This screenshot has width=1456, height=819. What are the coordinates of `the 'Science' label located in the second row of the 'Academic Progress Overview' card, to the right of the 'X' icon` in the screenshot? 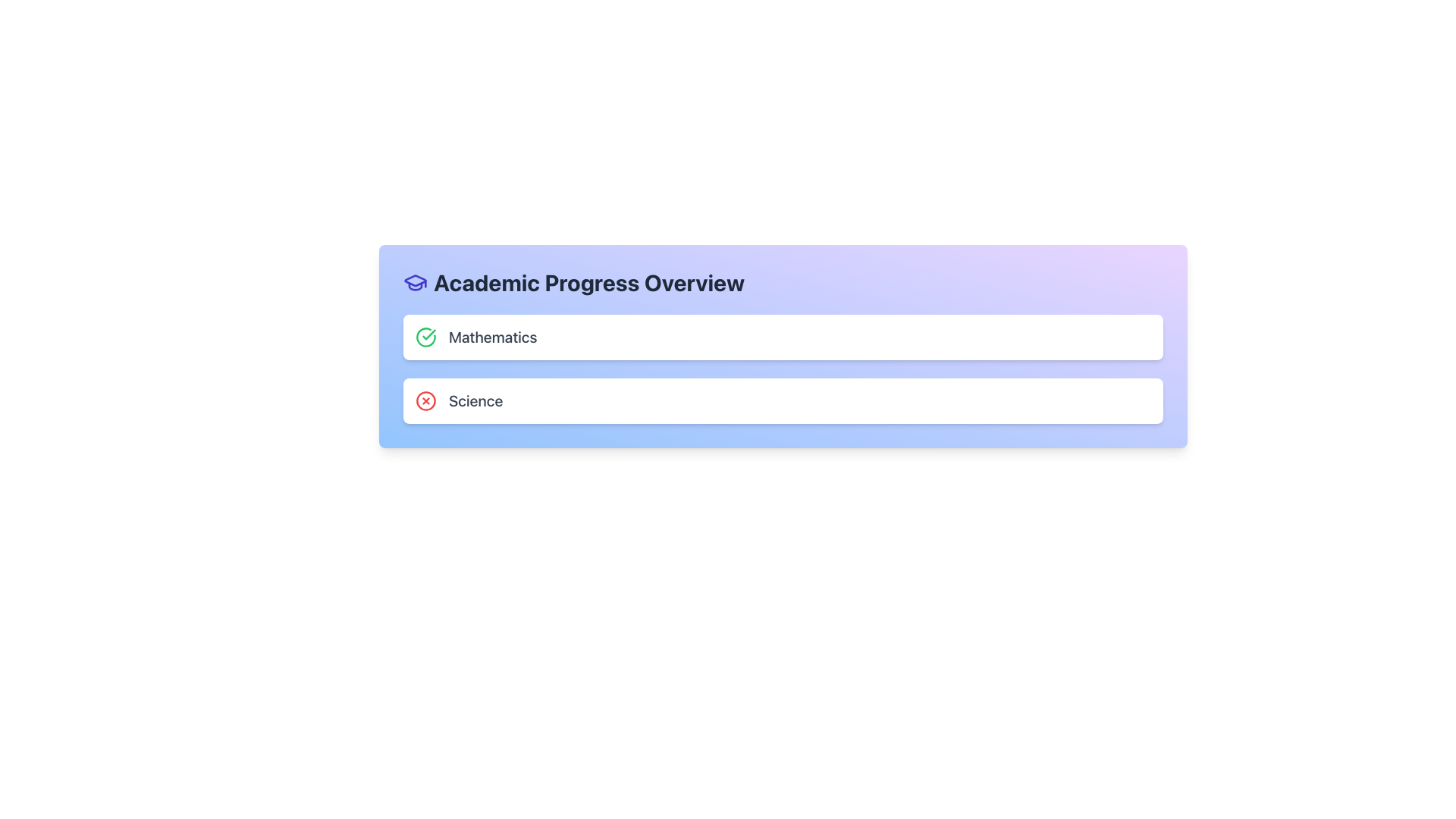 It's located at (475, 400).